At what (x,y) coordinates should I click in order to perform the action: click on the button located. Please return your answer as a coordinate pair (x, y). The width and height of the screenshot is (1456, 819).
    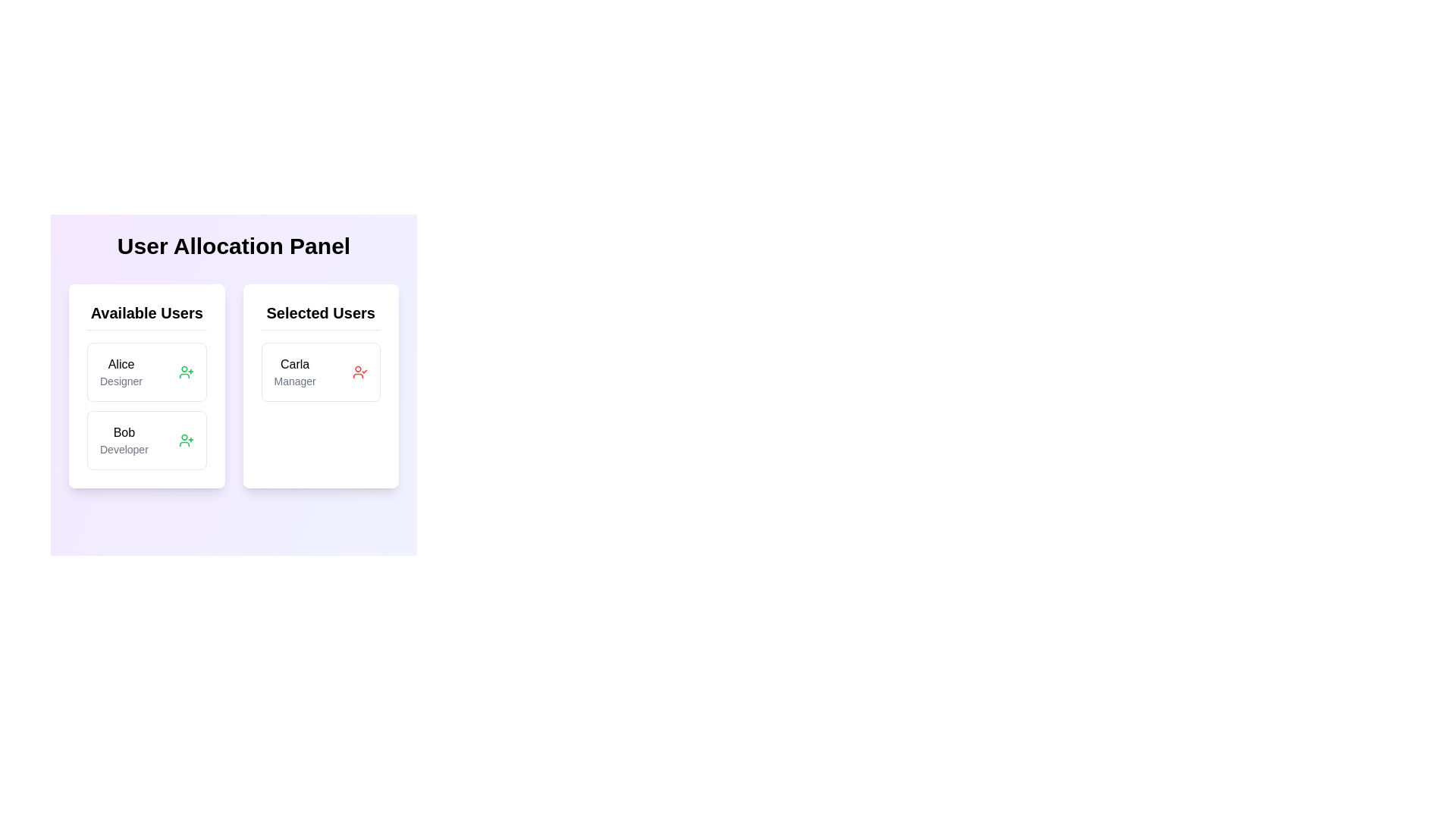
    Looking at the image, I should click on (359, 372).